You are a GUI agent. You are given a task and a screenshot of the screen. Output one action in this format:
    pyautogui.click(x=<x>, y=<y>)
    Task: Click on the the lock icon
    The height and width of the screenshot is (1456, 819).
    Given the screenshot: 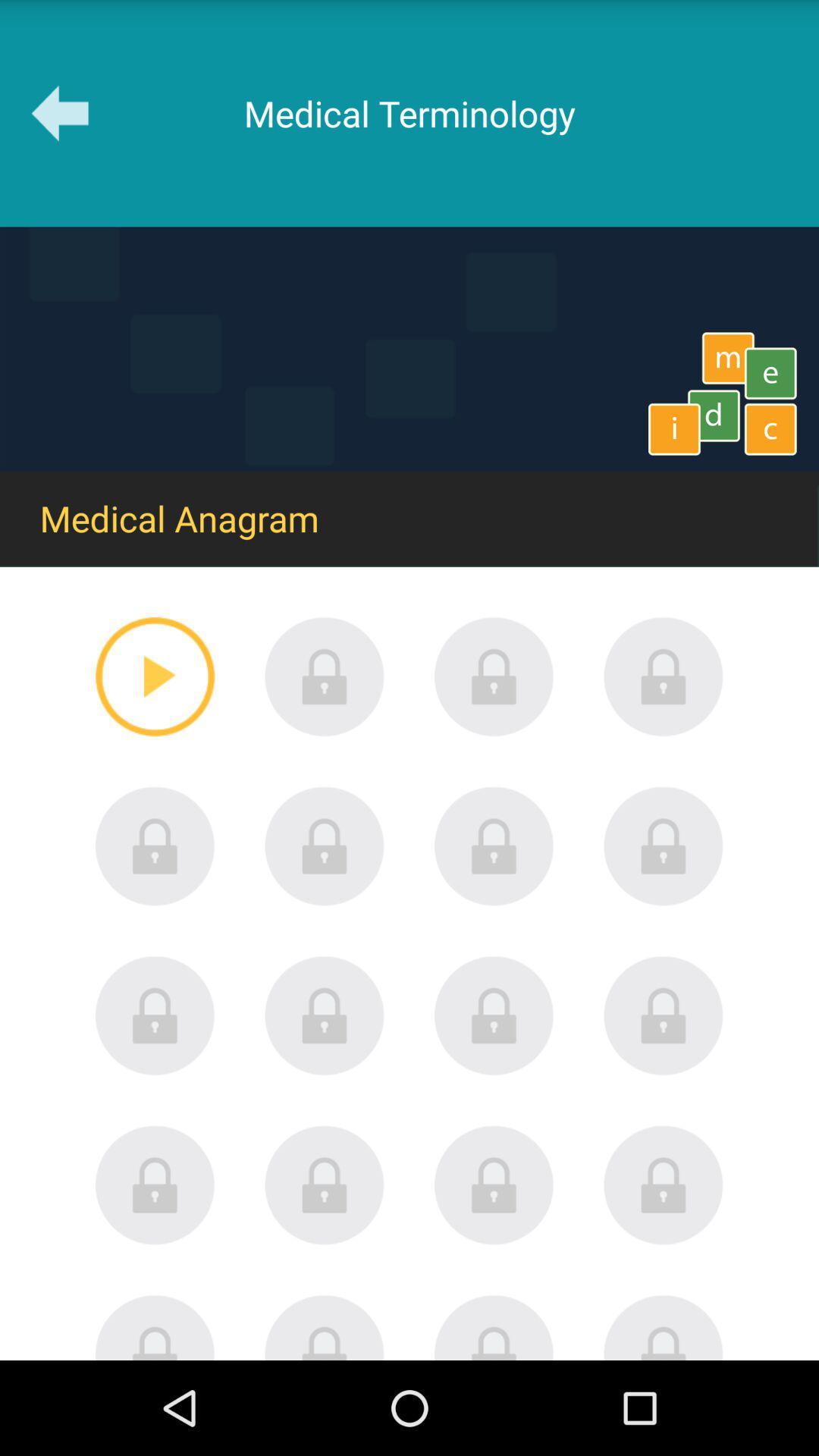 What is the action you would take?
    pyautogui.click(x=663, y=1268)
    